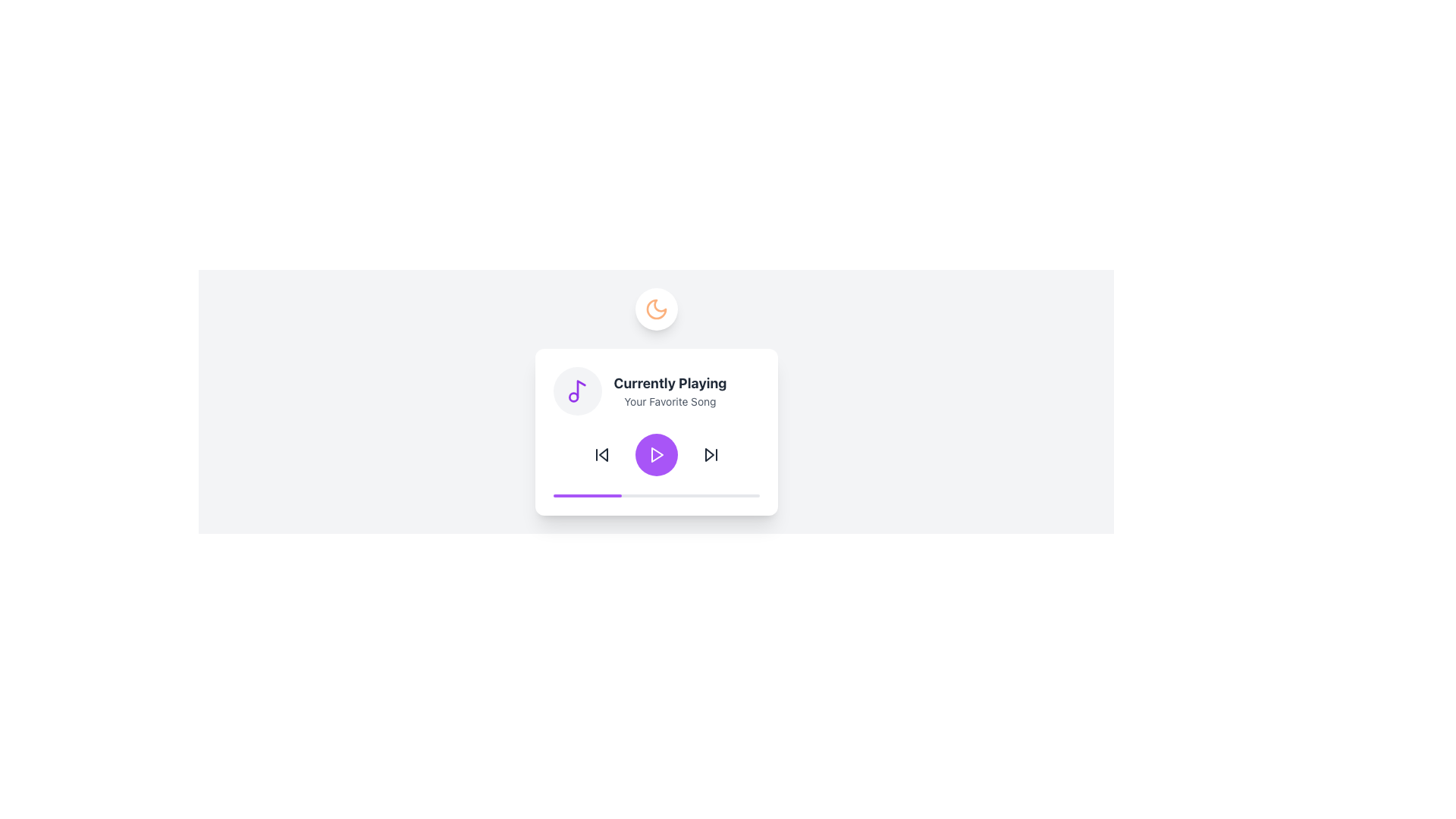  Describe the element at coordinates (656, 391) in the screenshot. I see `text content of the 'Currently Playing' text block which includes the headline in bold and the subtext below it` at that location.